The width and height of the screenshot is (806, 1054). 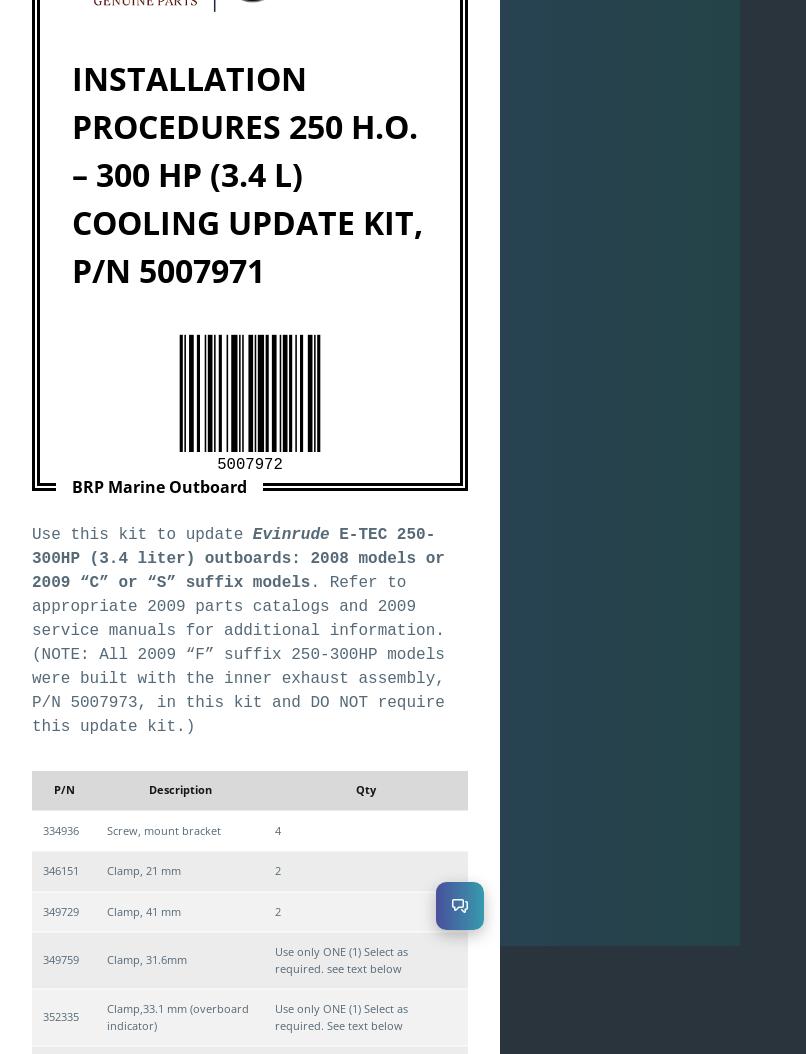 I want to click on 'INSTALLATION PROCEDURES 250 H.O. – 300 HP (3.4 L) COOLING UPDATE KIT, P/N 5007971', so click(x=246, y=173).